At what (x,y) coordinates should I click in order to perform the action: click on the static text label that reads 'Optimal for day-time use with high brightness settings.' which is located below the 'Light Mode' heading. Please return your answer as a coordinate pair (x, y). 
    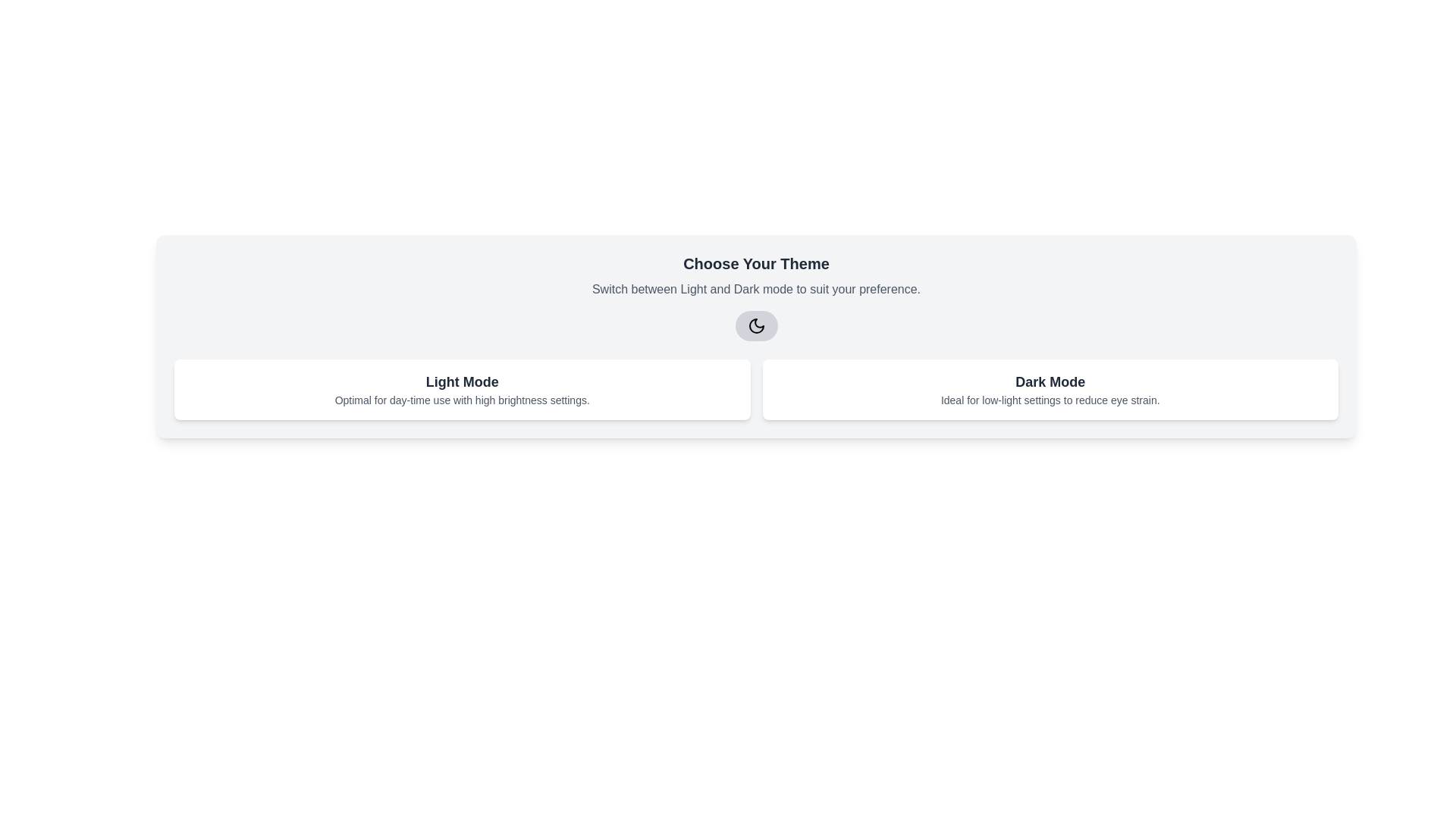
    Looking at the image, I should click on (461, 400).